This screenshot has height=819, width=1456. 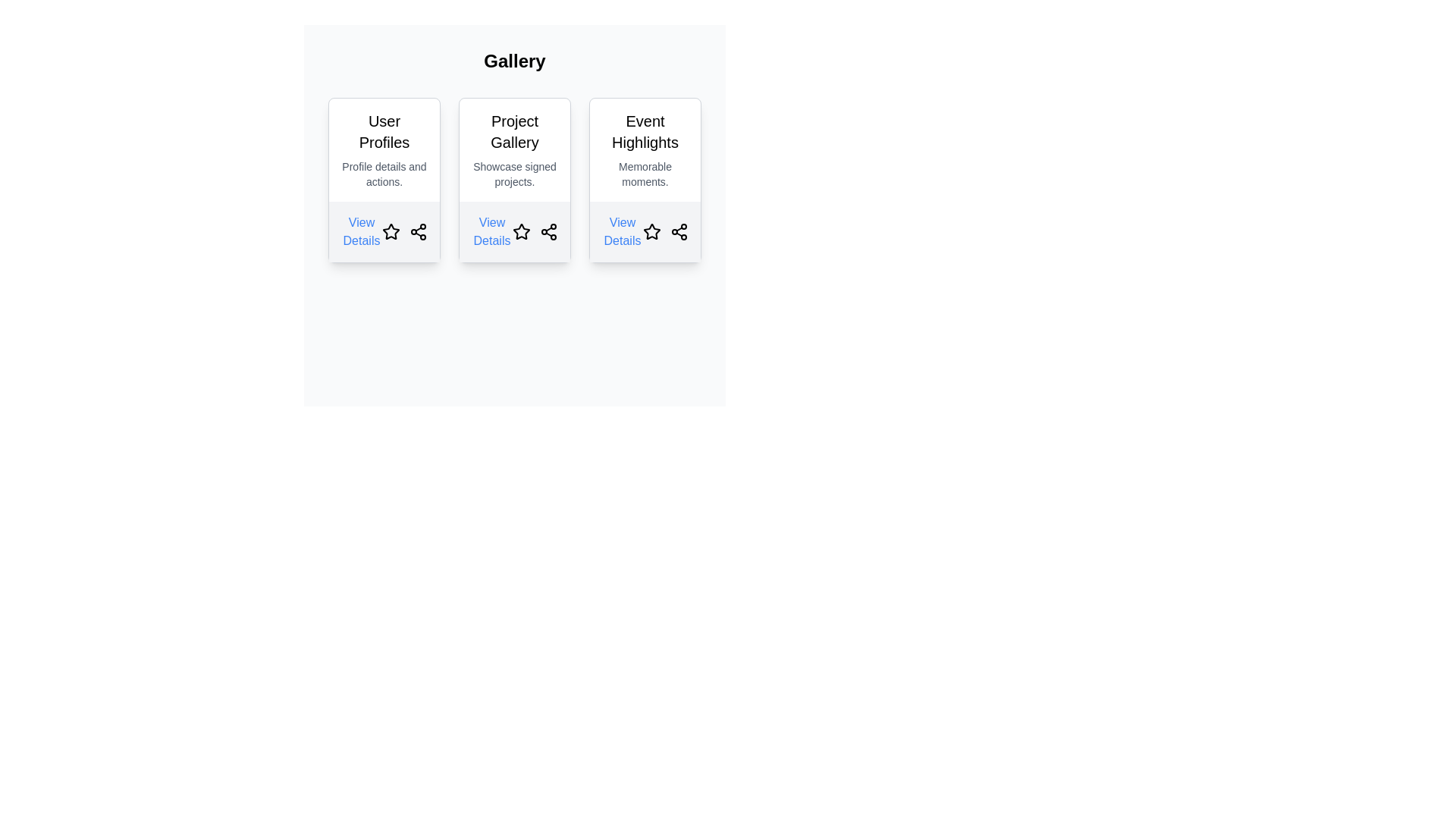 What do you see at coordinates (391, 231) in the screenshot?
I see `the star icon used for marking or rating content located immediately to the right of the 'View Details' link` at bounding box center [391, 231].